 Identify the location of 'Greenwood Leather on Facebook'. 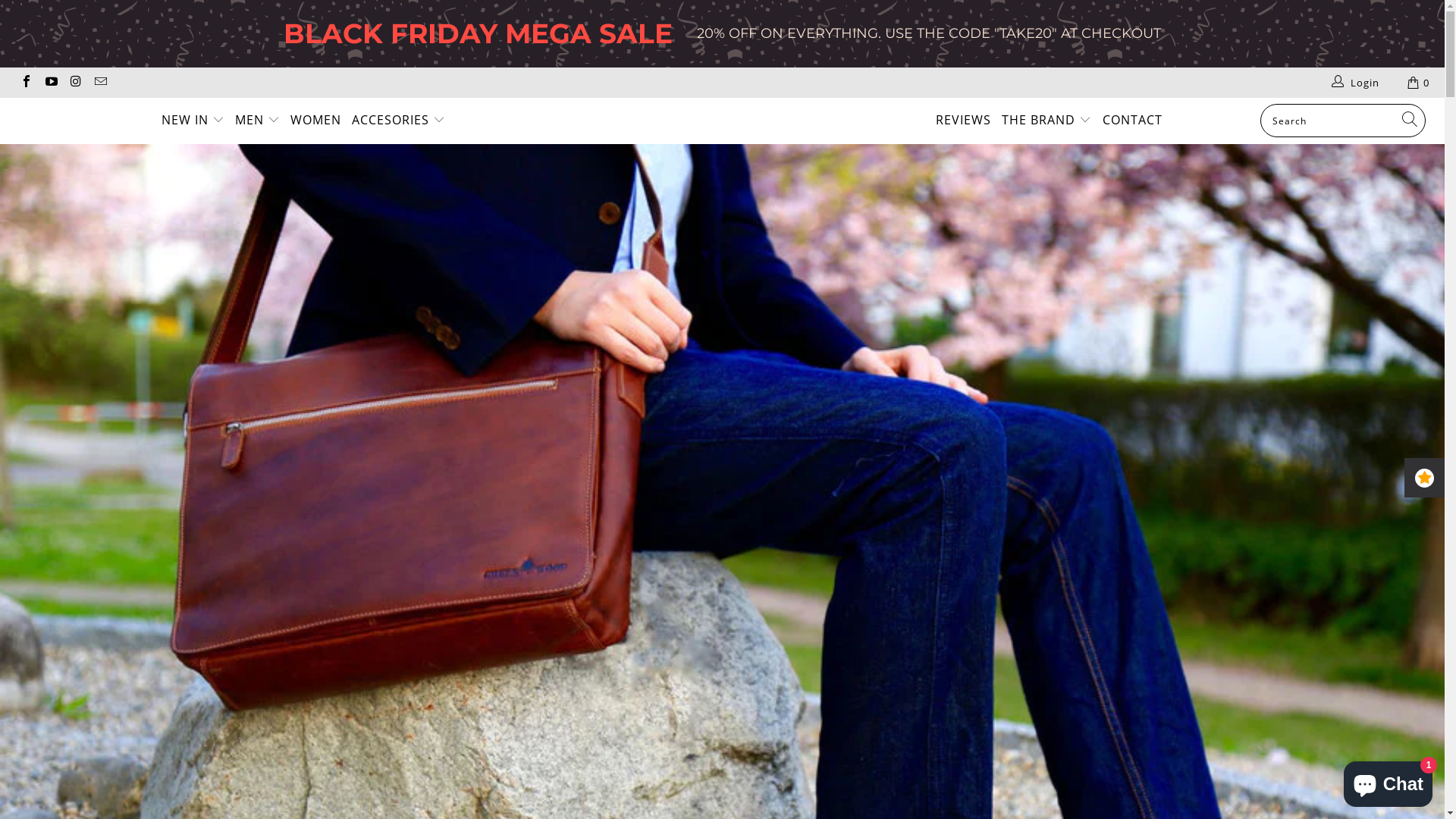
(25, 82).